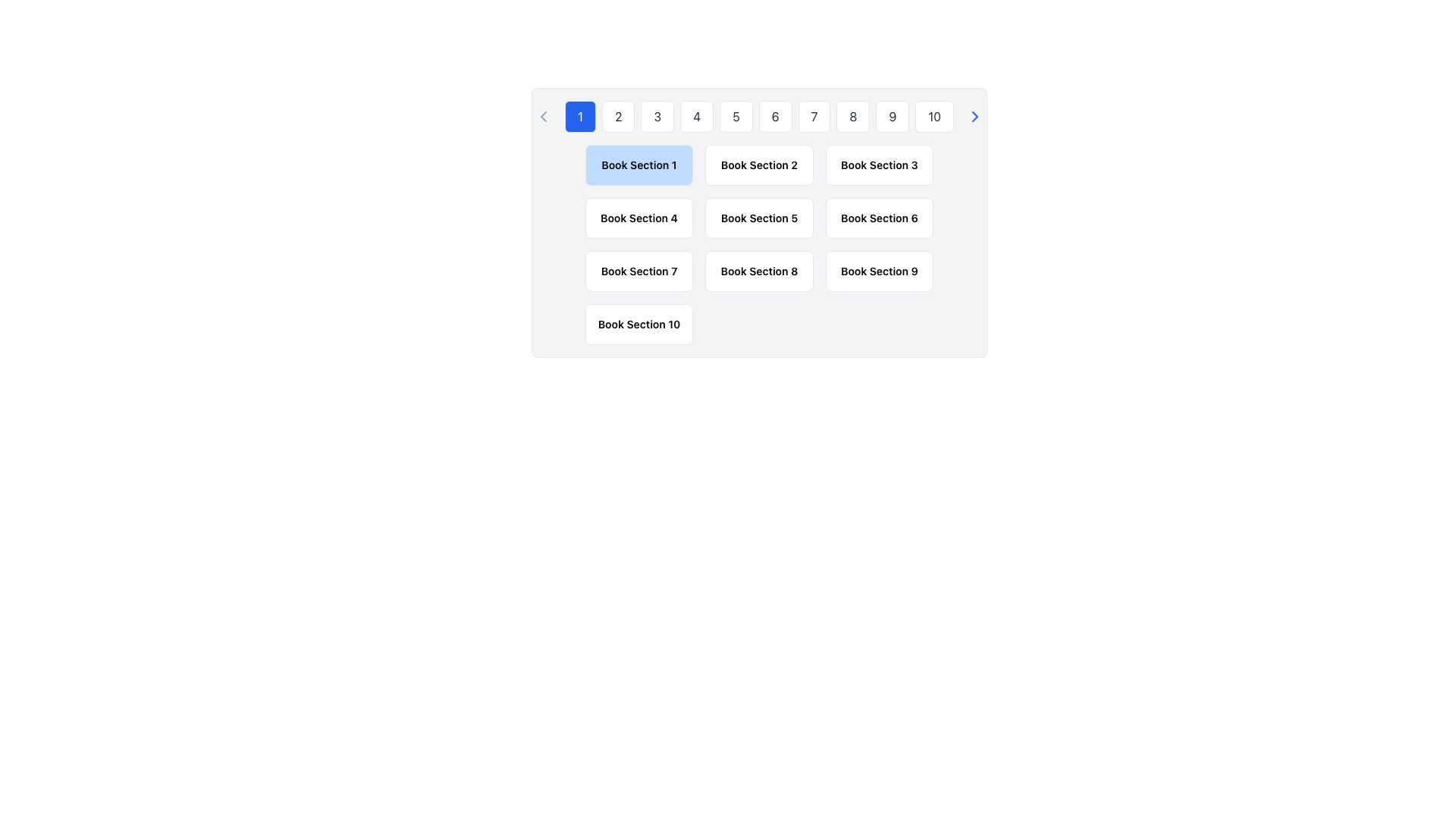  Describe the element at coordinates (639, 165) in the screenshot. I see `the text label indicating the title 'Book Section 1', which is positioned in the top-left area beneath the pagination buttons` at that location.